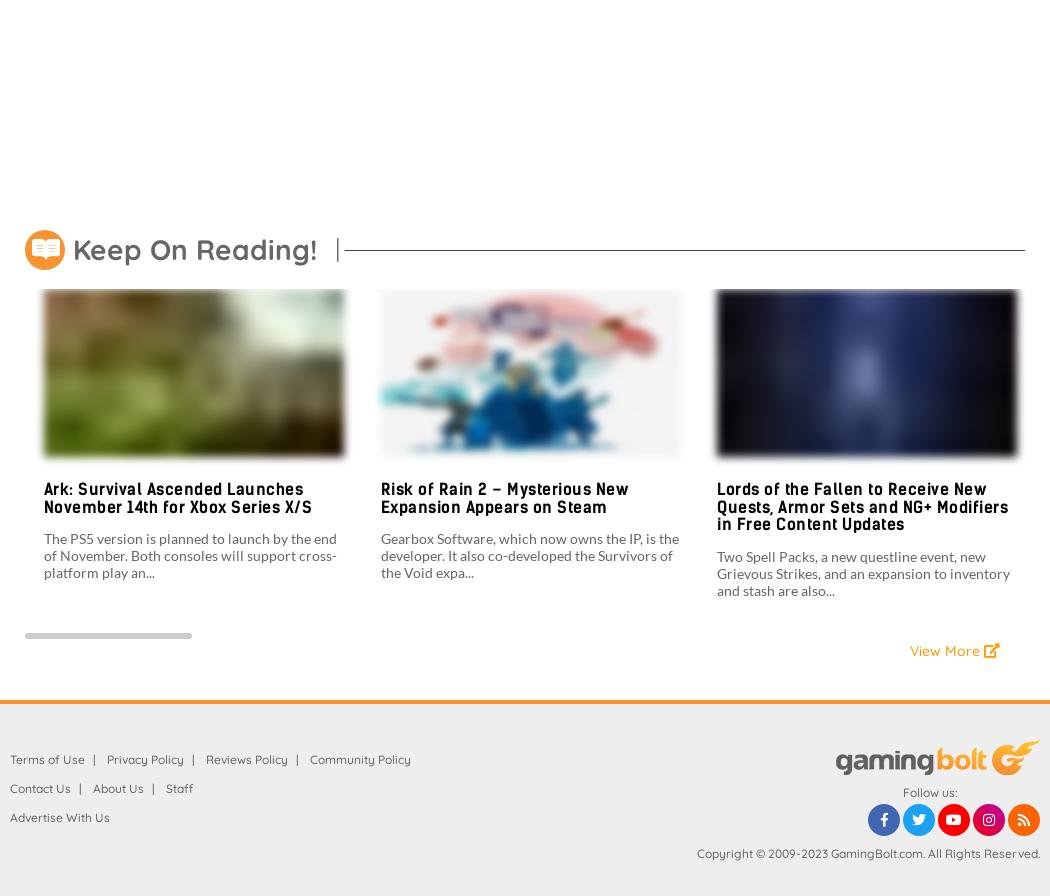 The image size is (1050, 896). I want to click on 'Terms of Use', so click(46, 758).